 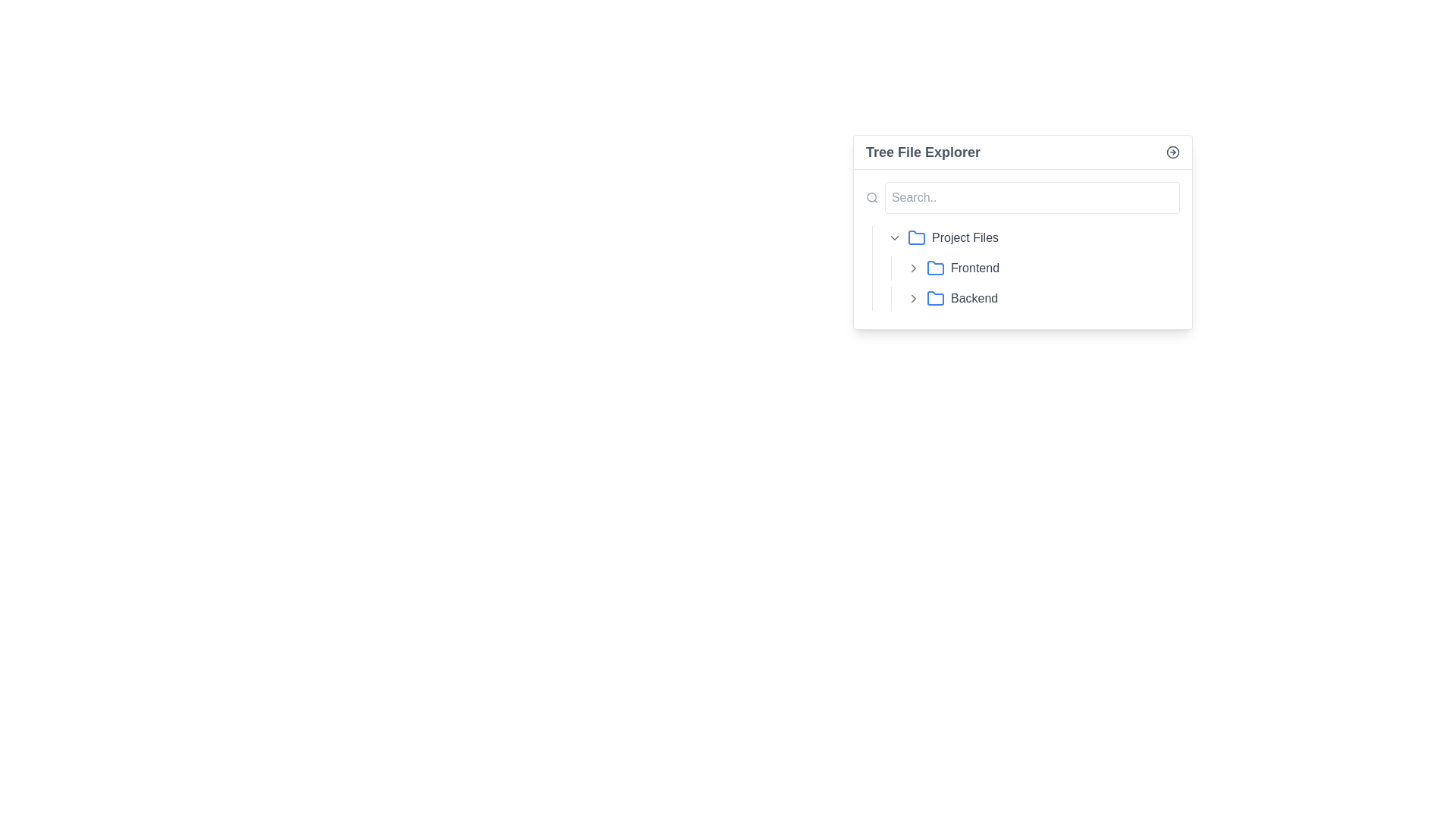 What do you see at coordinates (922, 152) in the screenshot?
I see `the prominent 'Tree File Explorer' text label, which is a bold, large dark gray title positioned at the top-center of the interface section` at bounding box center [922, 152].